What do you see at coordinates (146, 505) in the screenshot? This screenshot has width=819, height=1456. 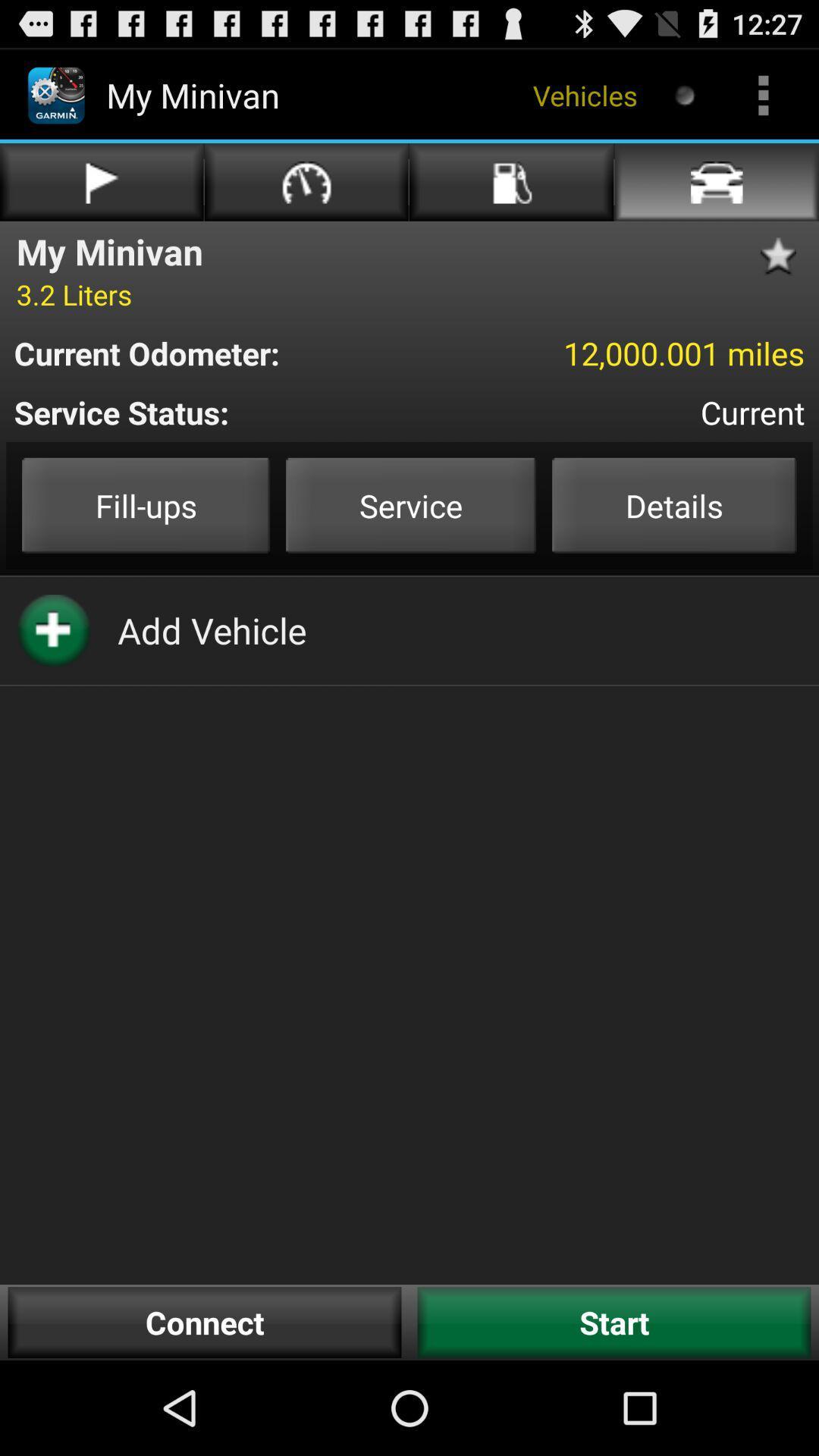 I see `the fill-ups icon` at bounding box center [146, 505].